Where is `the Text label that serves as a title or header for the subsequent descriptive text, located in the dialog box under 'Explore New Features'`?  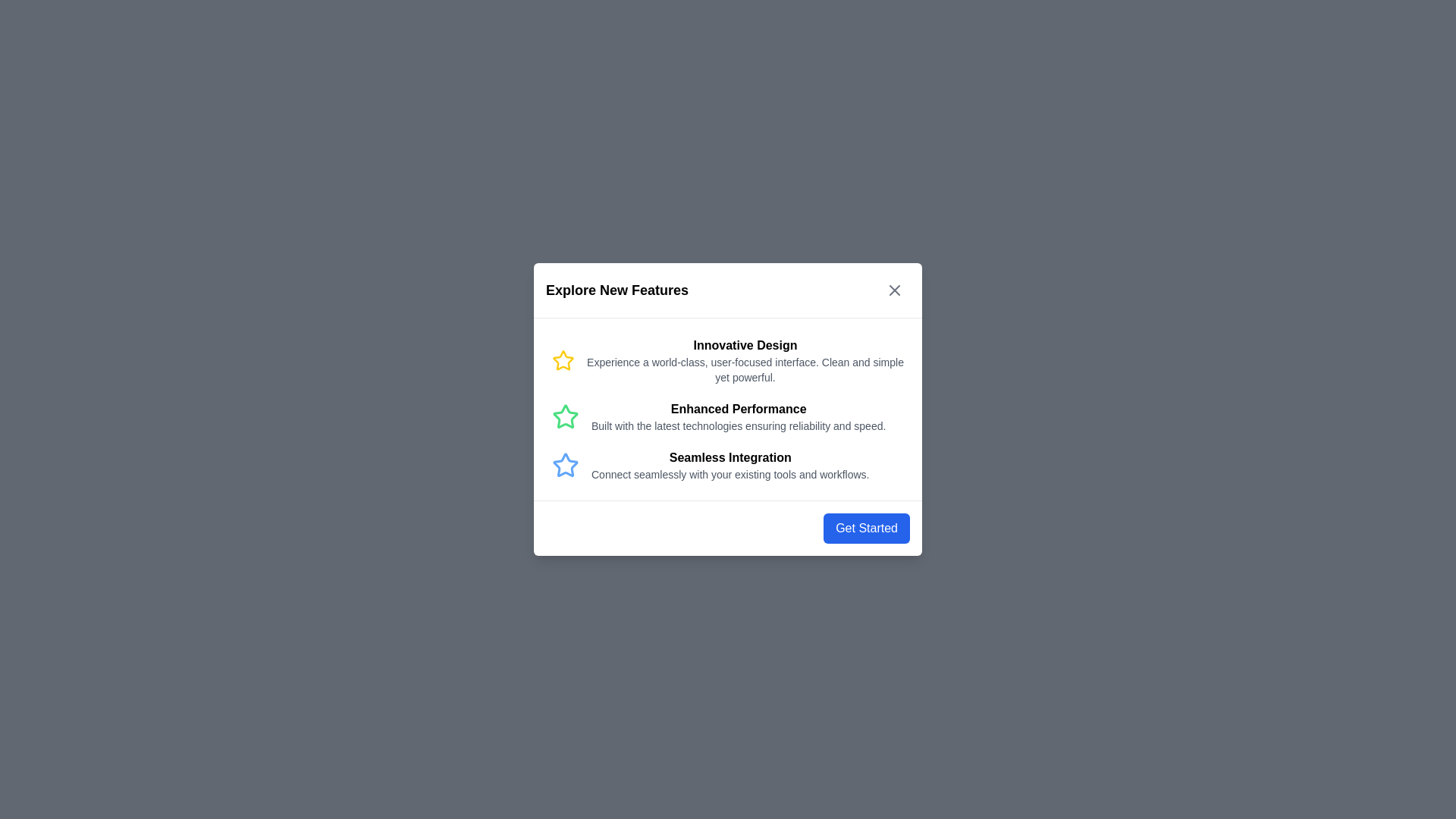
the Text label that serves as a title or header for the subsequent descriptive text, located in the dialog box under 'Explore New Features' is located at coordinates (745, 345).